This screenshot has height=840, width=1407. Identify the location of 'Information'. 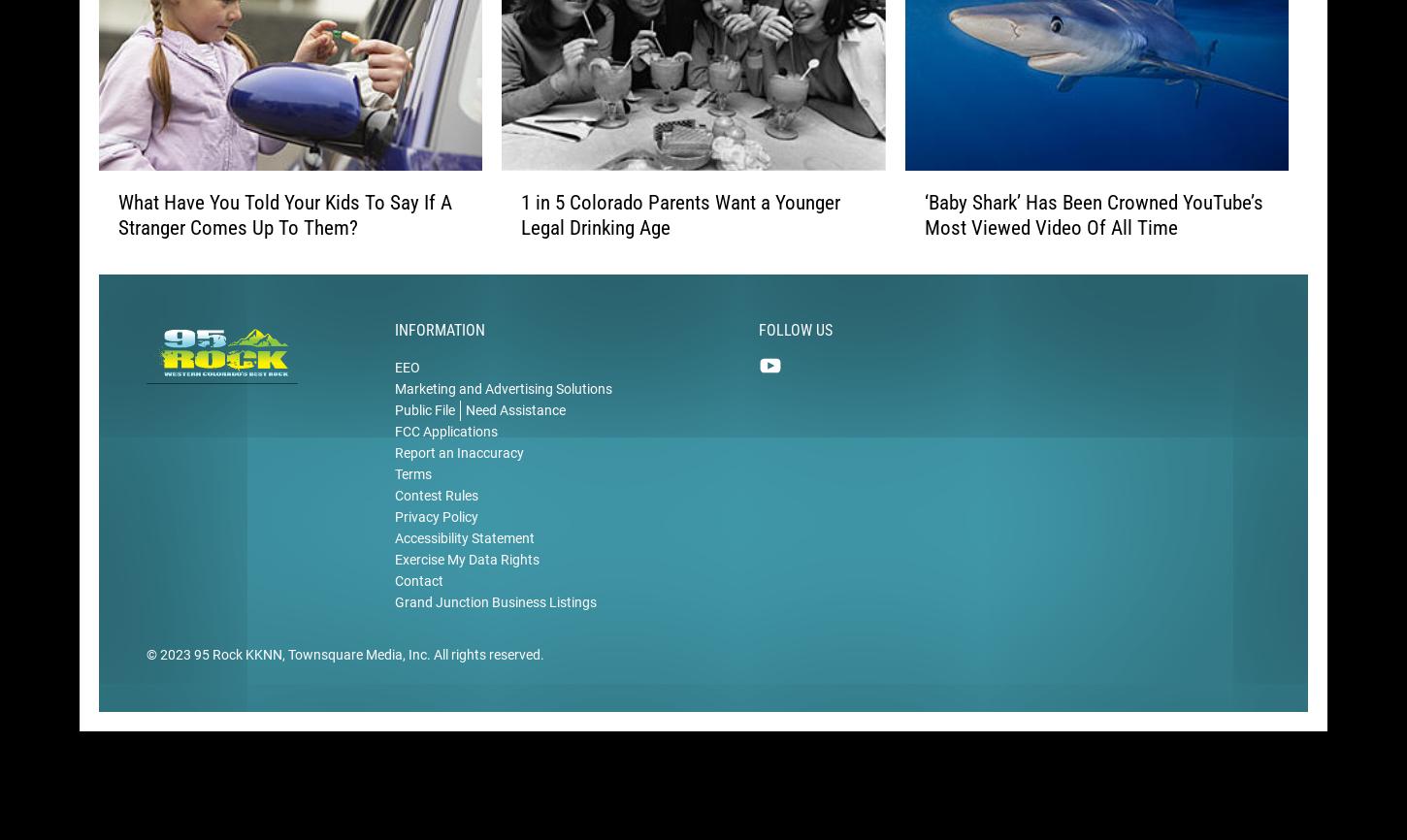
(439, 355).